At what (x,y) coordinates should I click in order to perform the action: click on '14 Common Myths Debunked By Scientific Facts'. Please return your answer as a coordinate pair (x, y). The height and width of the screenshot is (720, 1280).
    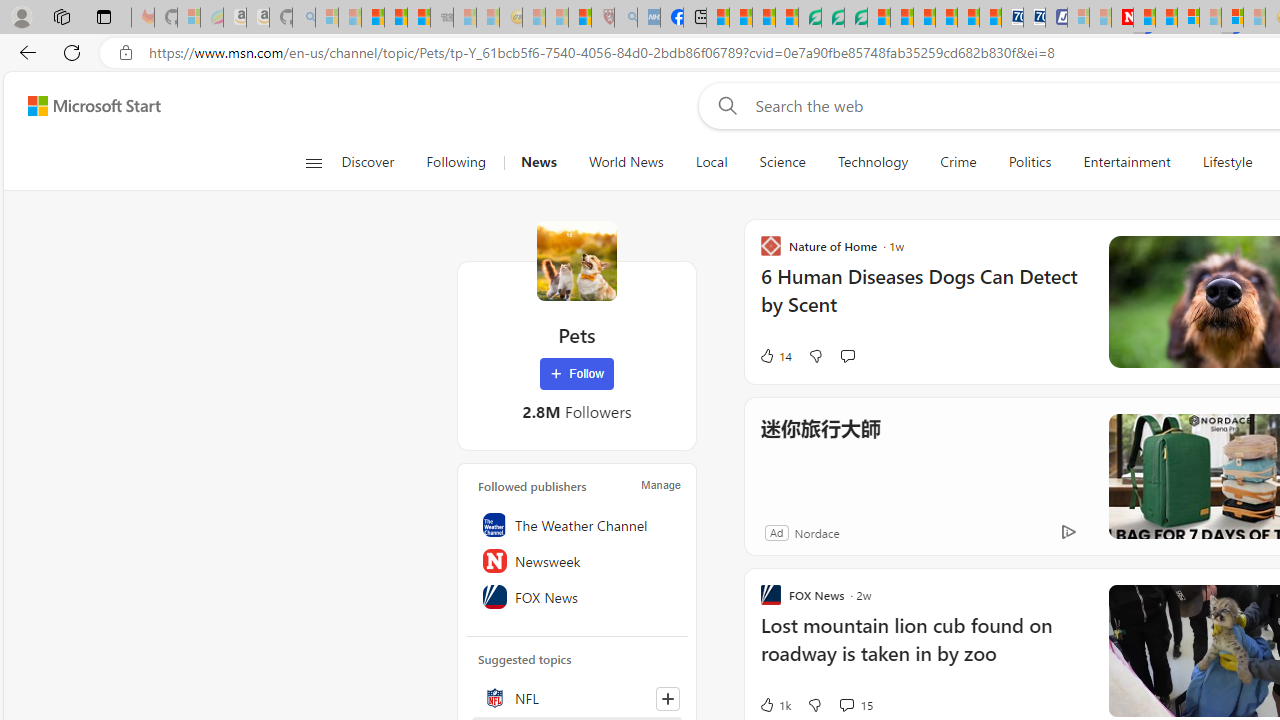
    Looking at the image, I should click on (1166, 17).